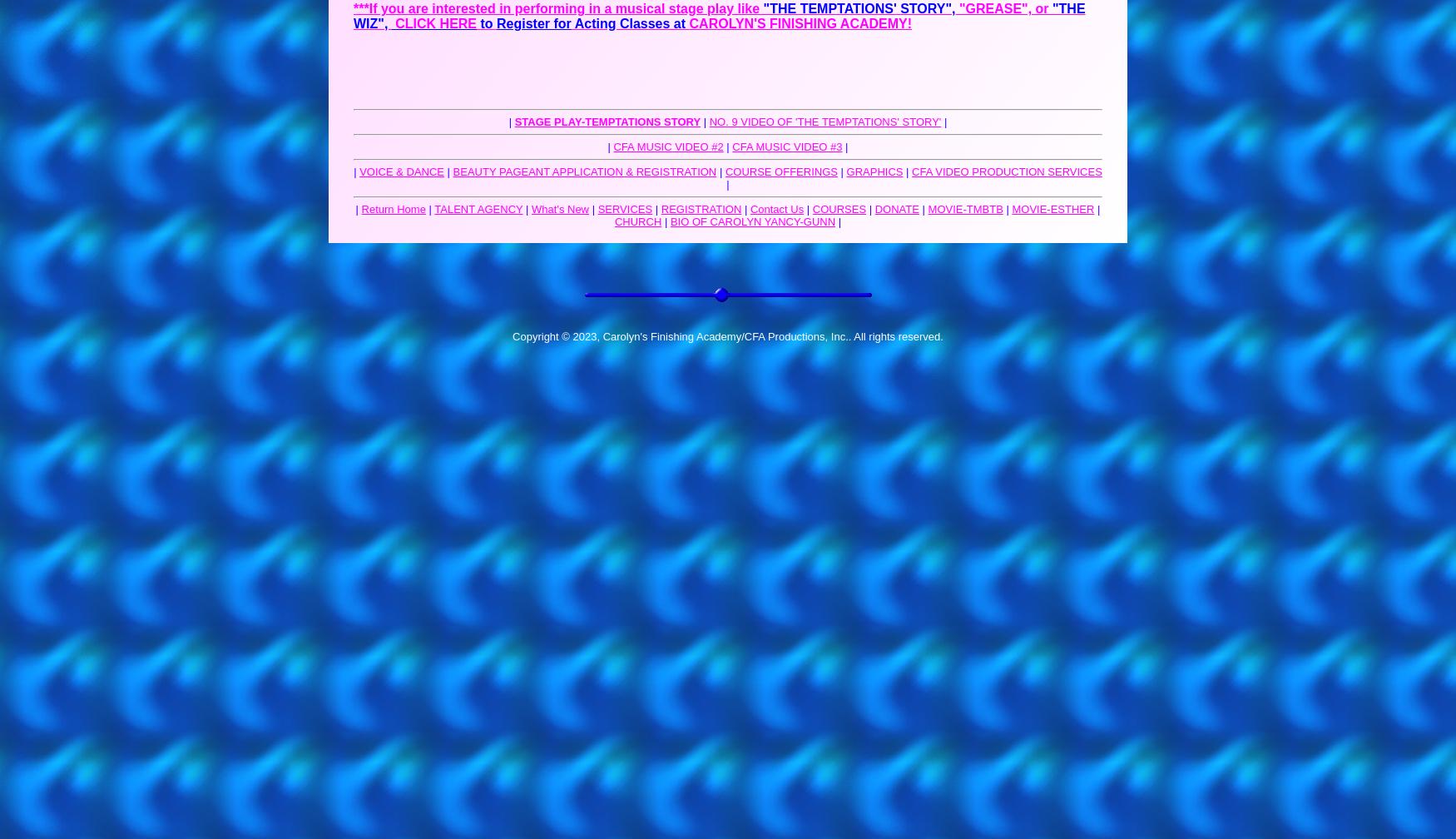 This screenshot has width=1456, height=839. What do you see at coordinates (402, 171) in the screenshot?
I see `'VOICE & DANCE'` at bounding box center [402, 171].